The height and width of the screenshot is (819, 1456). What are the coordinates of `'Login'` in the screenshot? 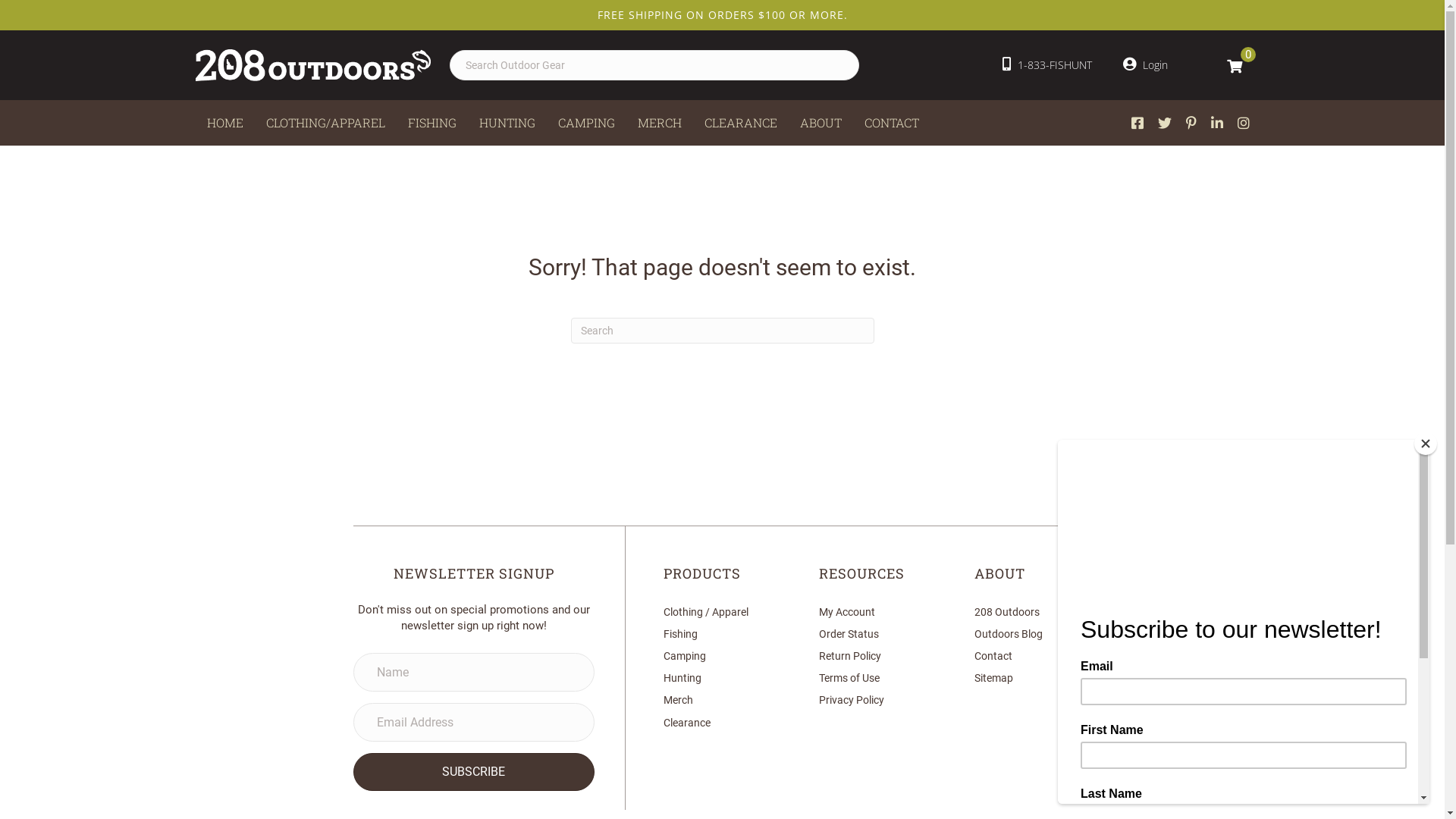 It's located at (1144, 64).